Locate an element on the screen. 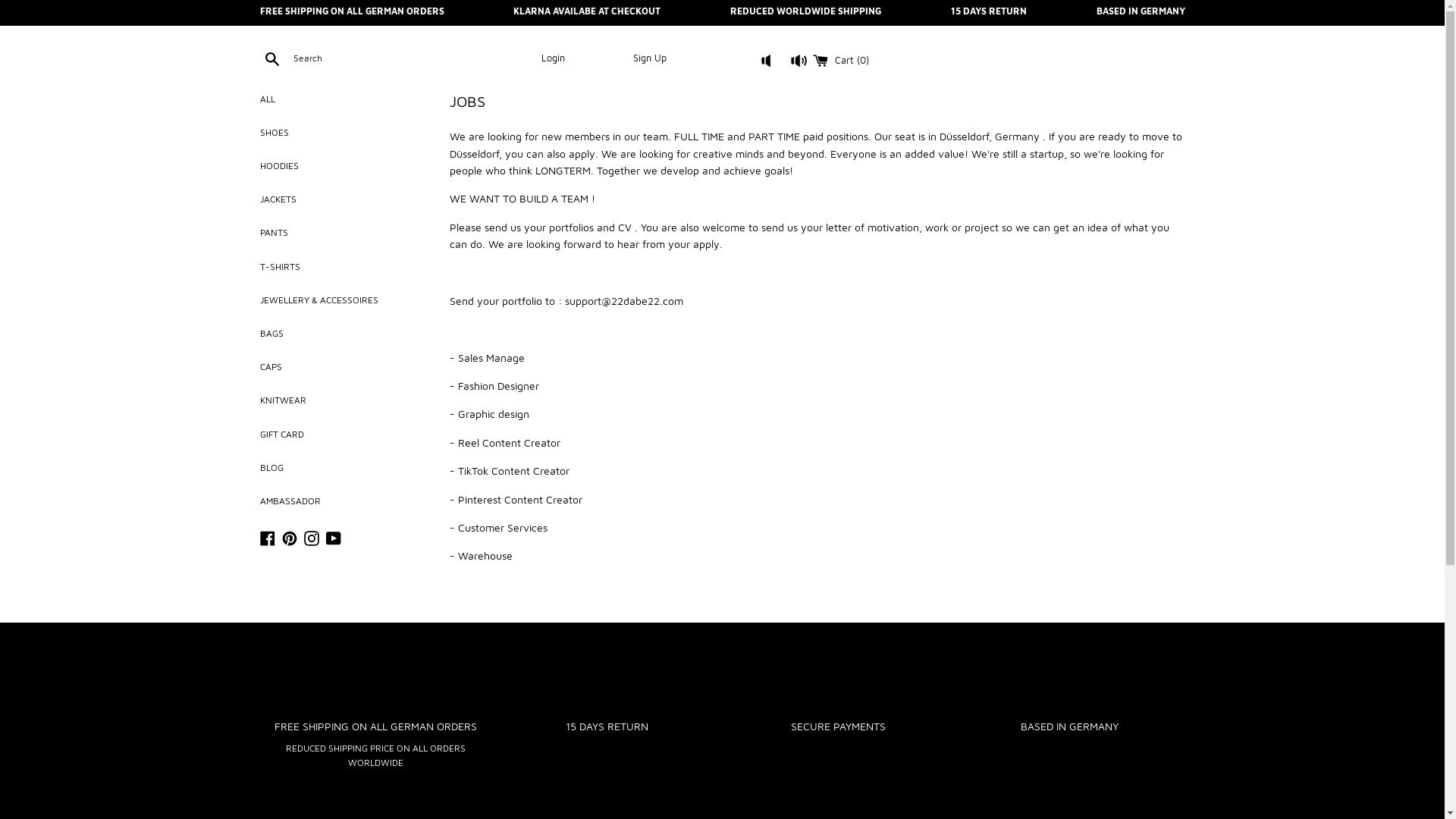 This screenshot has height=819, width=1456. 'button' is located at coordinates (785, 64).